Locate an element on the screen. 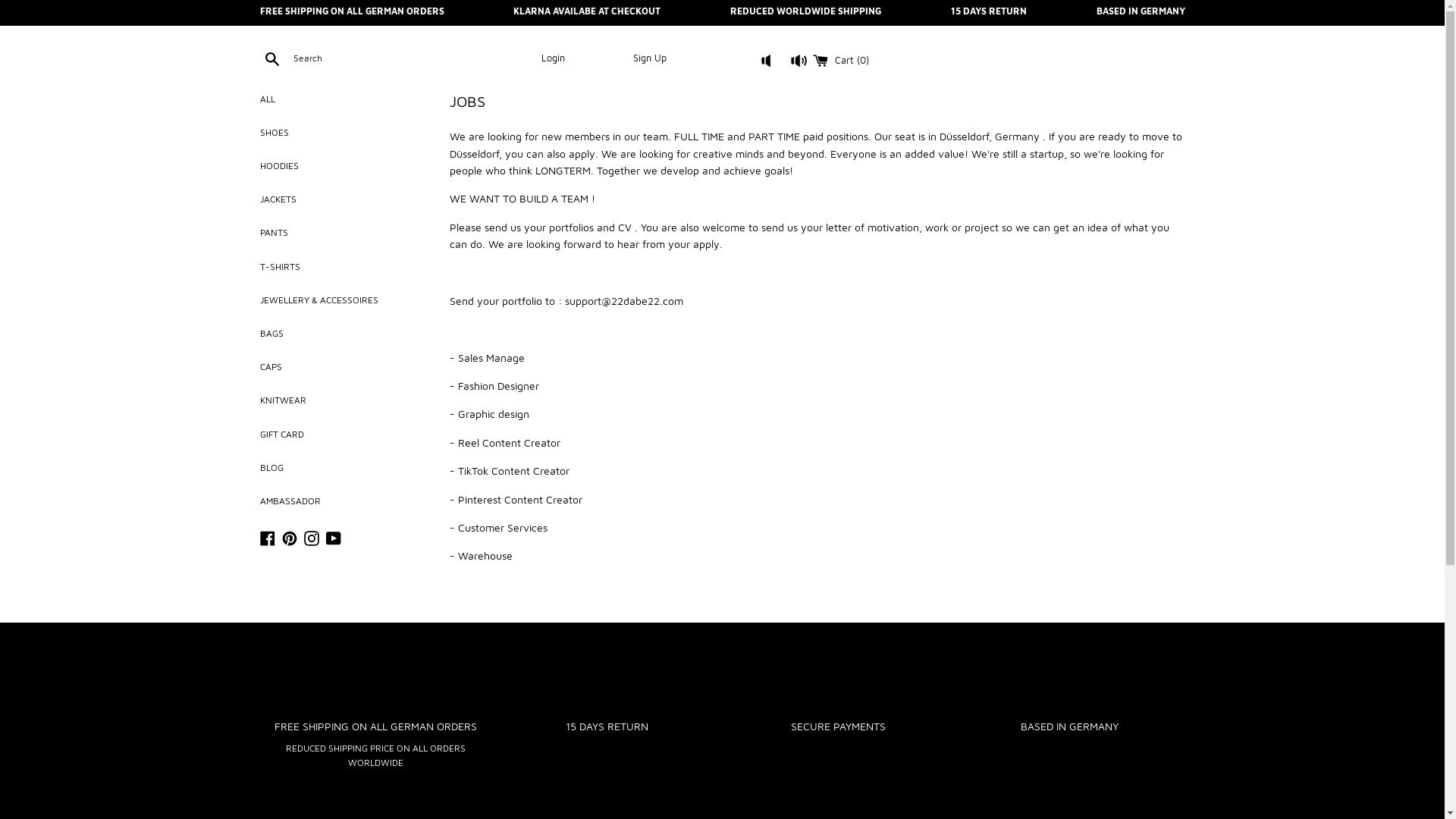 This screenshot has height=819, width=1456. 'button' is located at coordinates (785, 64).